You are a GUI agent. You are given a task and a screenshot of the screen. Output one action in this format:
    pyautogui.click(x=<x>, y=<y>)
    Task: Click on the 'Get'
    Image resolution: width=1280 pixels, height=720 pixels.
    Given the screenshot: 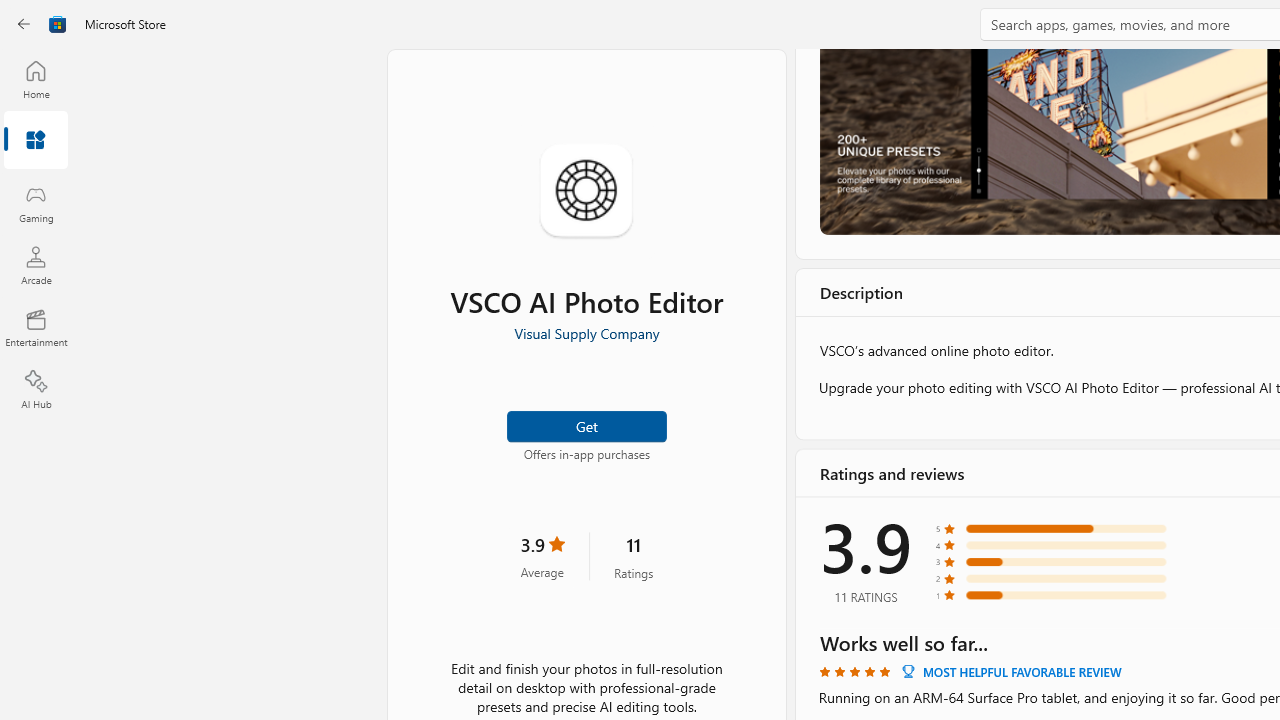 What is the action you would take?
    pyautogui.click(x=585, y=424)
    